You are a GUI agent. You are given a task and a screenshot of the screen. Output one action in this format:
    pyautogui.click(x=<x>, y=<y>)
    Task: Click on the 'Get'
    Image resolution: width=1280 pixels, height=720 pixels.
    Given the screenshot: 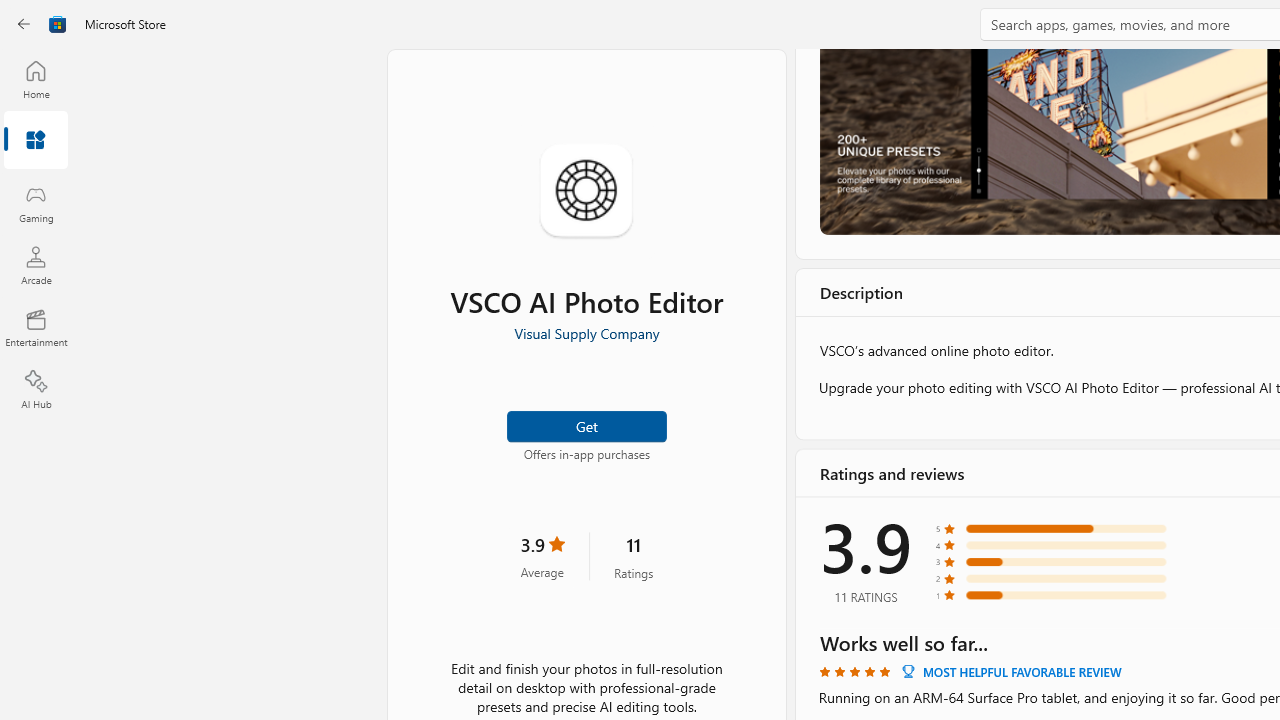 What is the action you would take?
    pyautogui.click(x=585, y=424)
    